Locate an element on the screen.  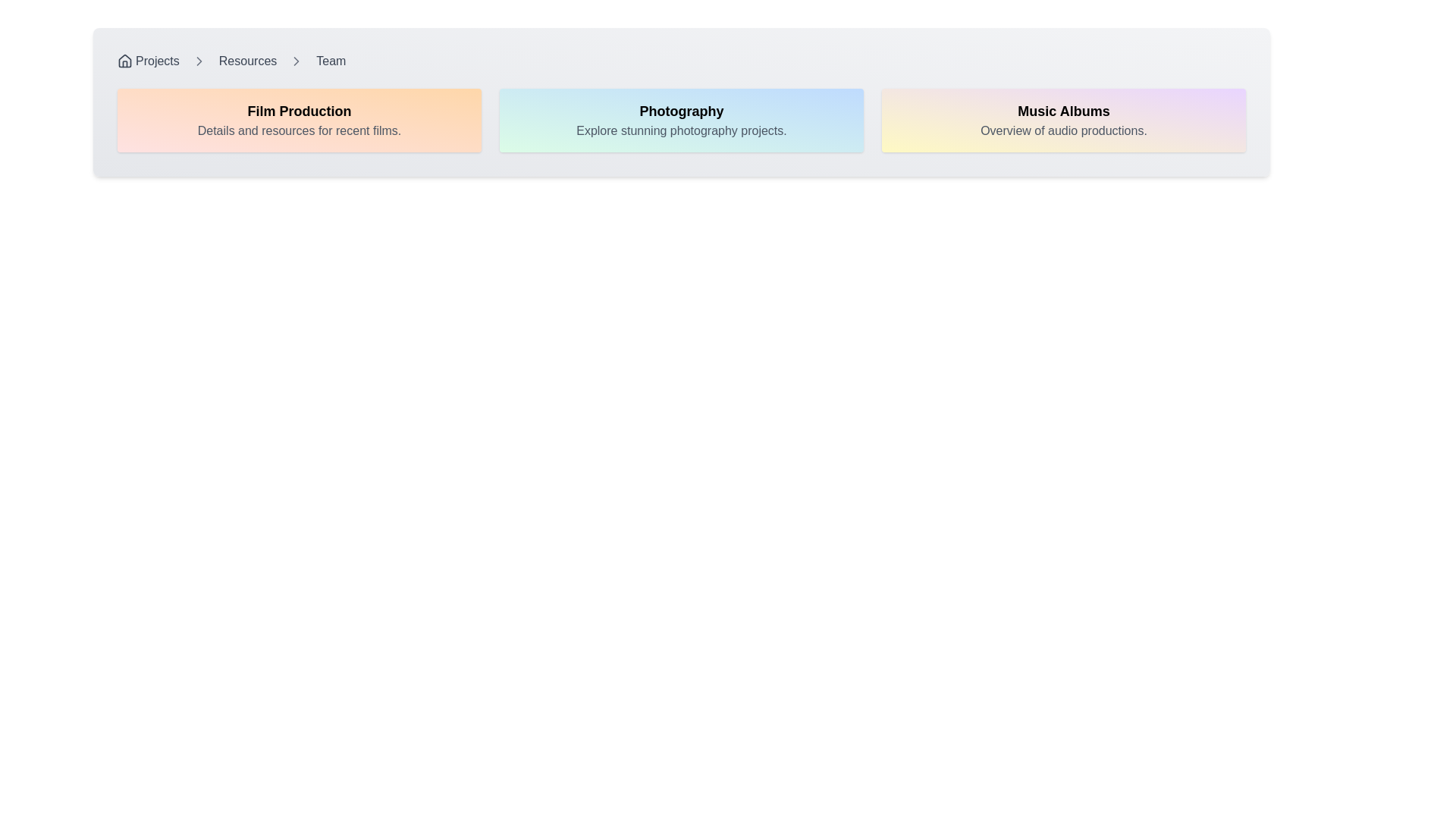
the 'Team' link in the breadcrumb navigation bar is located at coordinates (330, 61).